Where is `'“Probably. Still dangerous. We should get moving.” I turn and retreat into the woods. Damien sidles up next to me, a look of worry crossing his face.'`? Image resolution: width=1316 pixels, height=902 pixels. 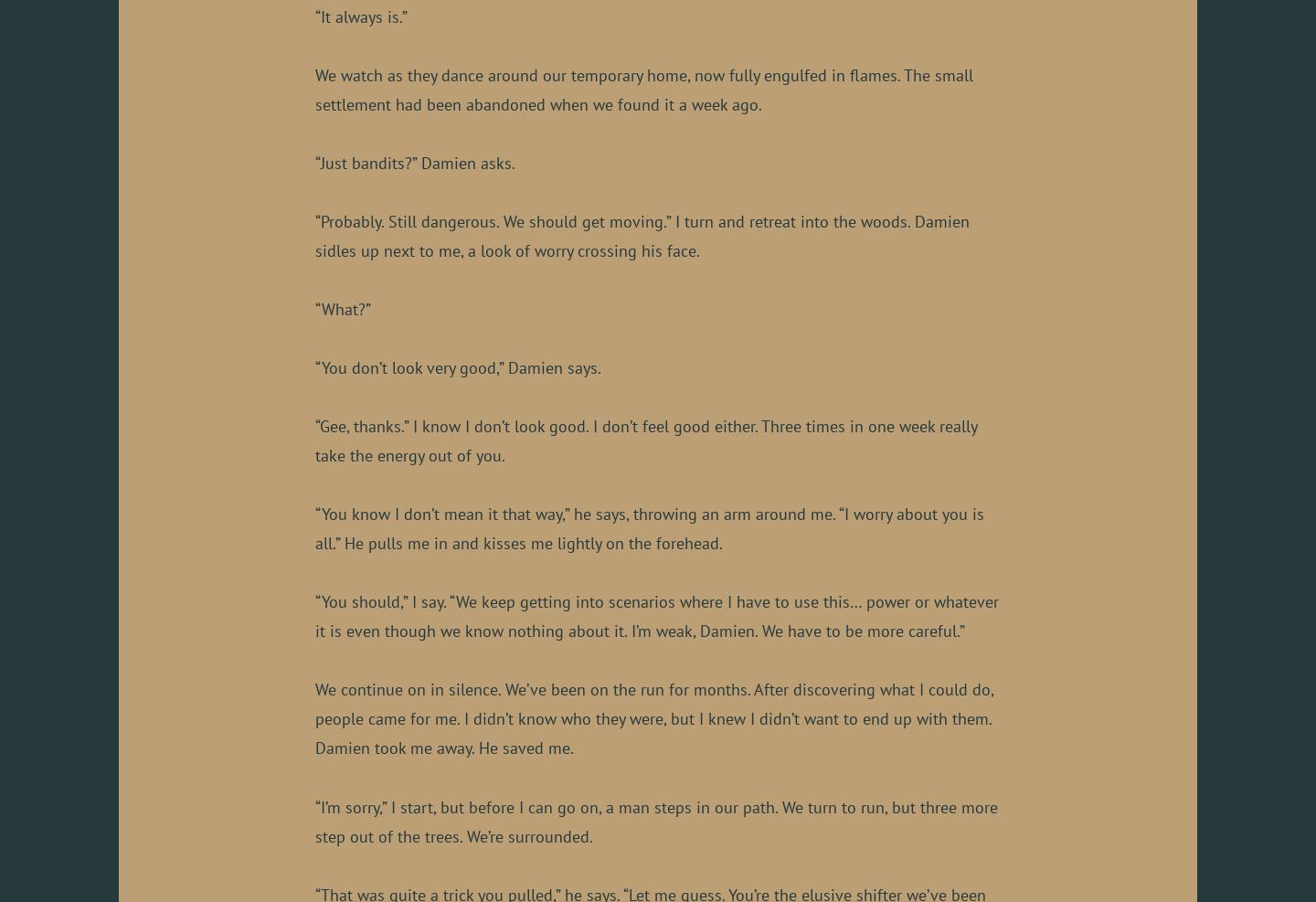
'“Probably. Still dangerous. We should get moving.” I turn and retreat into the woods. Damien sidles up next to me, a look of worry crossing his face.' is located at coordinates (642, 236).